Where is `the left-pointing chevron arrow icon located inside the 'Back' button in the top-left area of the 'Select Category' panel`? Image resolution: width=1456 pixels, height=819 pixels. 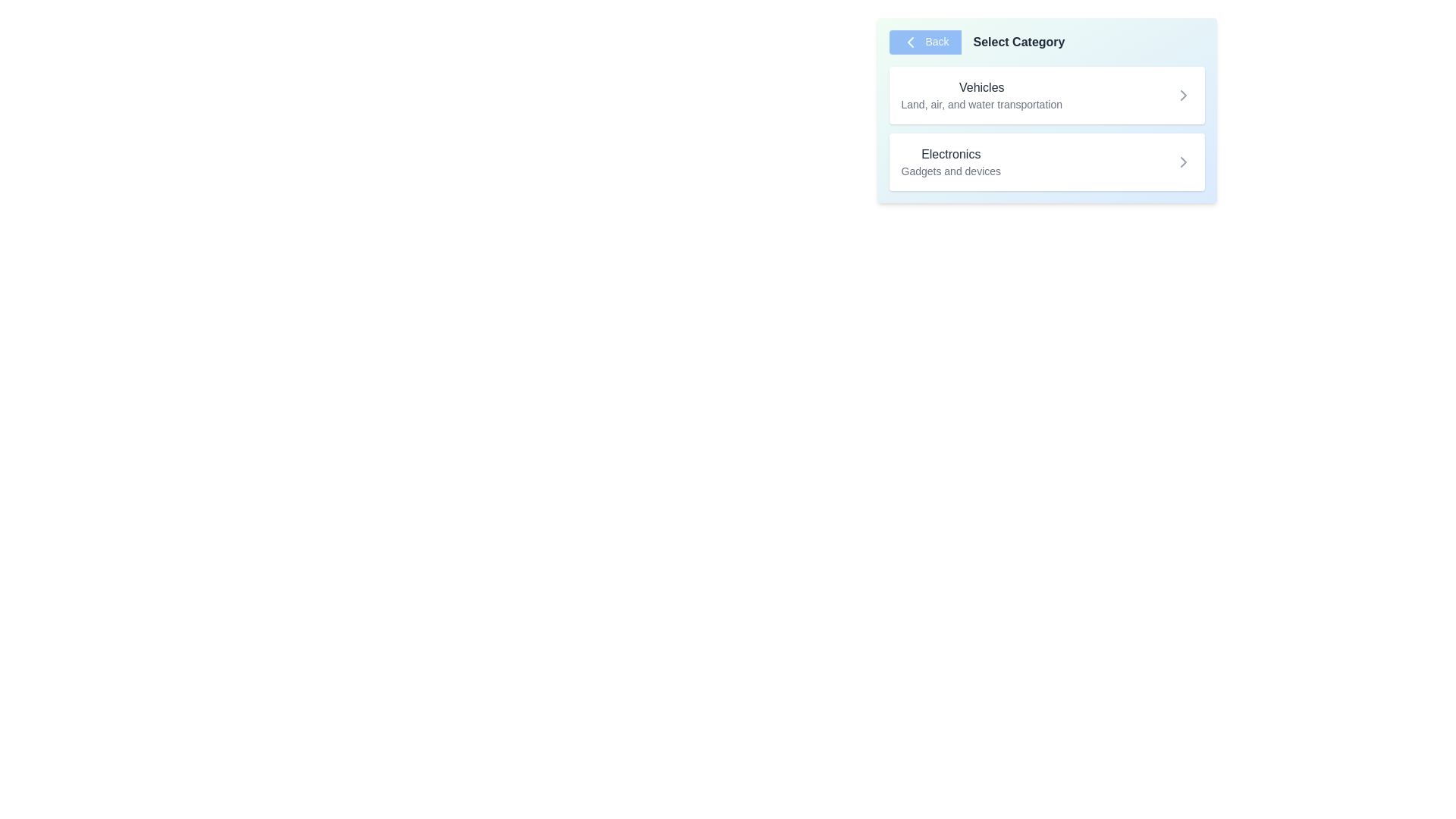 the left-pointing chevron arrow icon located inside the 'Back' button in the top-left area of the 'Select Category' panel is located at coordinates (910, 42).